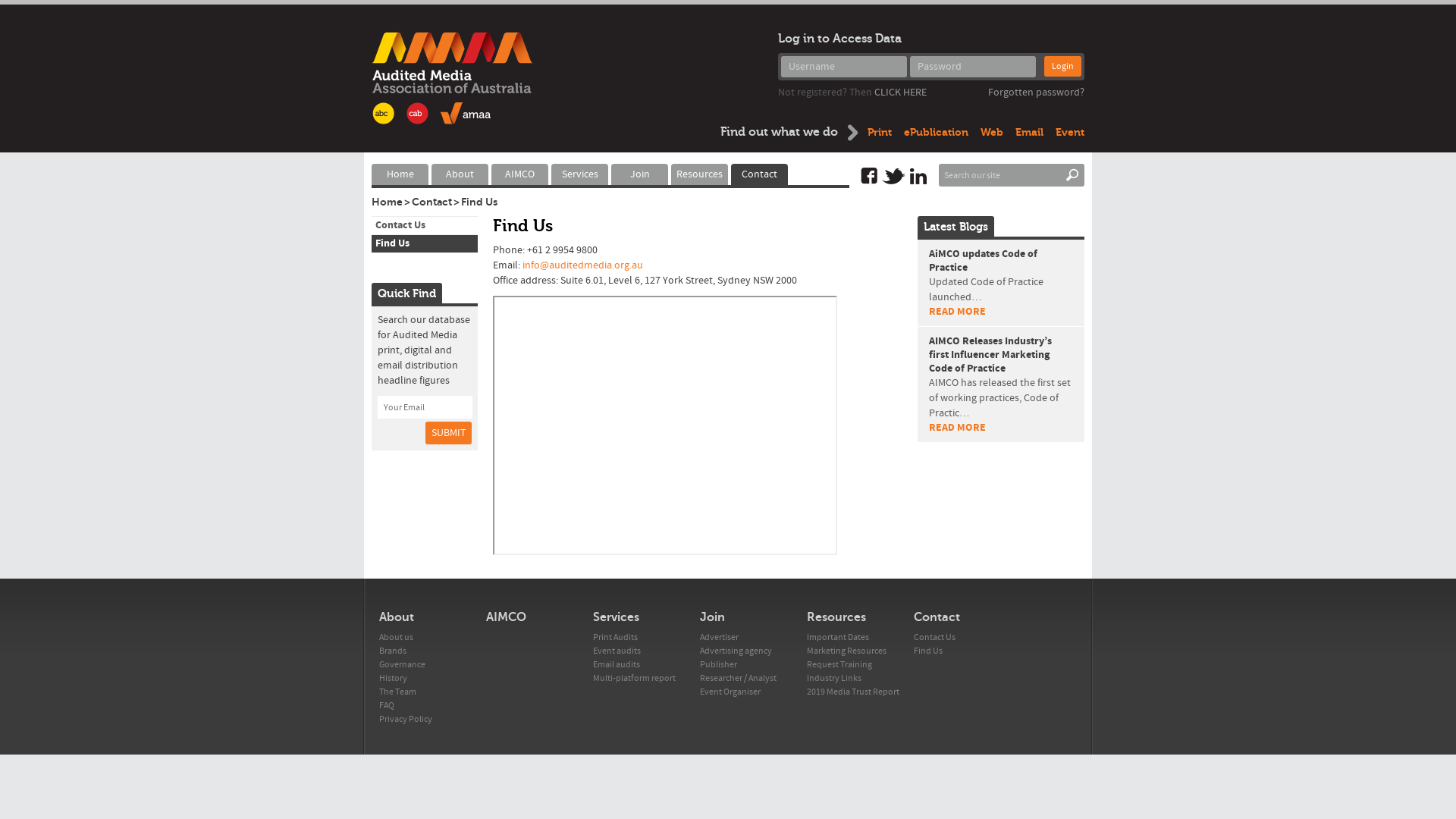 The height and width of the screenshot is (819, 1456). I want to click on 'About us', so click(396, 637).